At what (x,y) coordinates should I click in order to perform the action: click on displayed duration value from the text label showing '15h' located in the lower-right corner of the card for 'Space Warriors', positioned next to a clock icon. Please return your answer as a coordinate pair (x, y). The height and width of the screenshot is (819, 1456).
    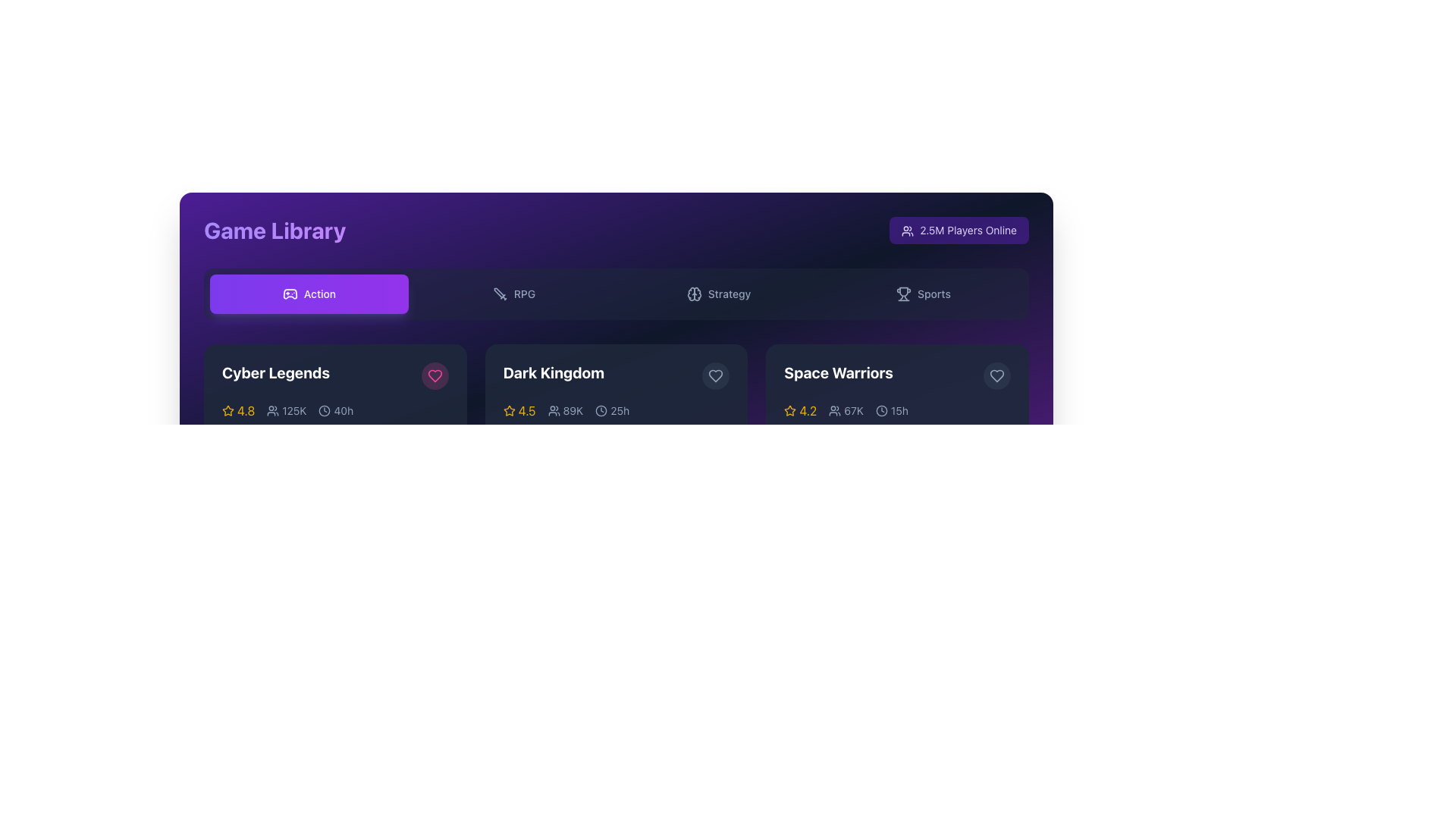
    Looking at the image, I should click on (899, 411).